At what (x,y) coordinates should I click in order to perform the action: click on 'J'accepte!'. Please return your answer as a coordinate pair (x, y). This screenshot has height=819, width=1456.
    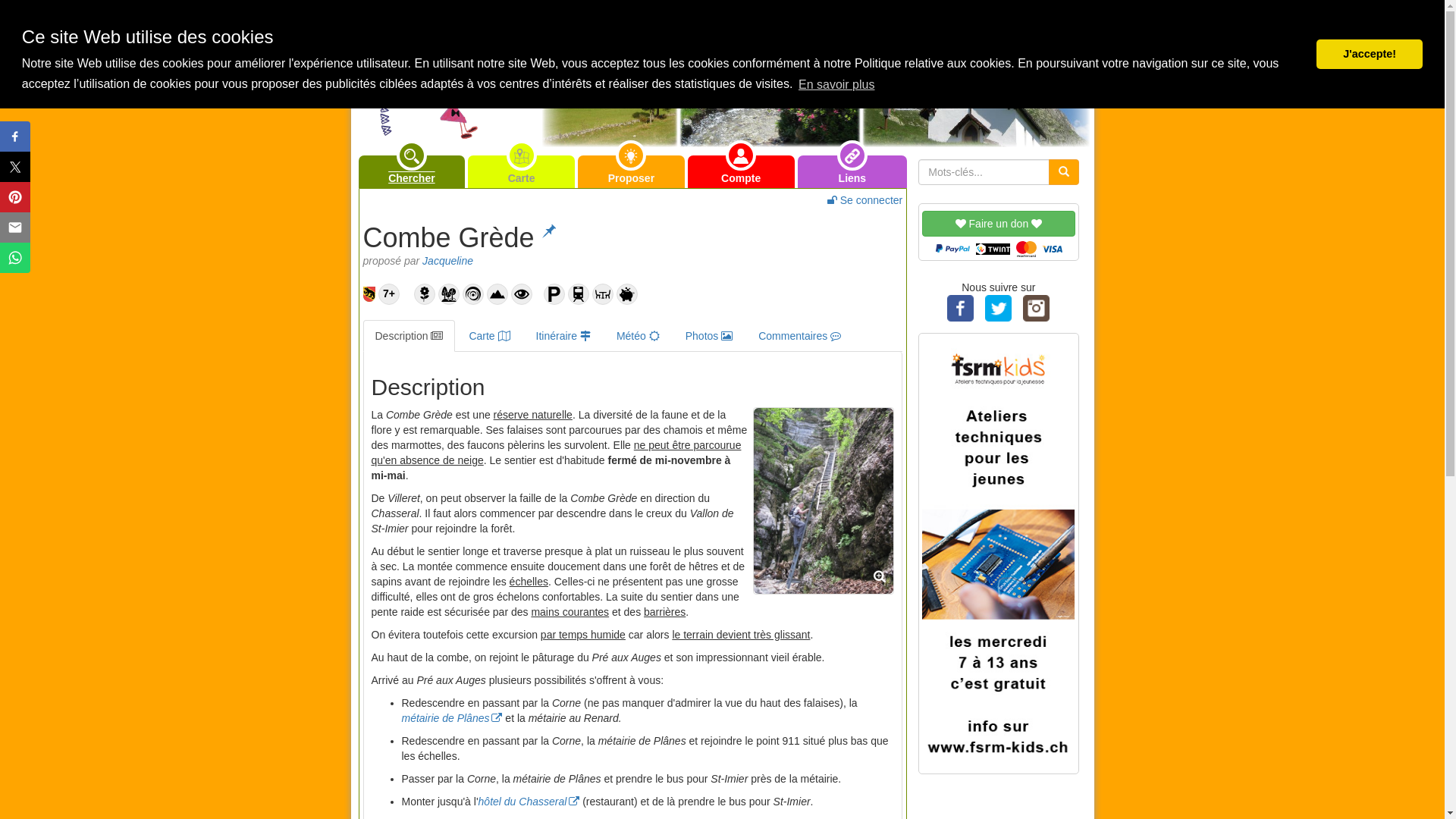
    Looking at the image, I should click on (1369, 54).